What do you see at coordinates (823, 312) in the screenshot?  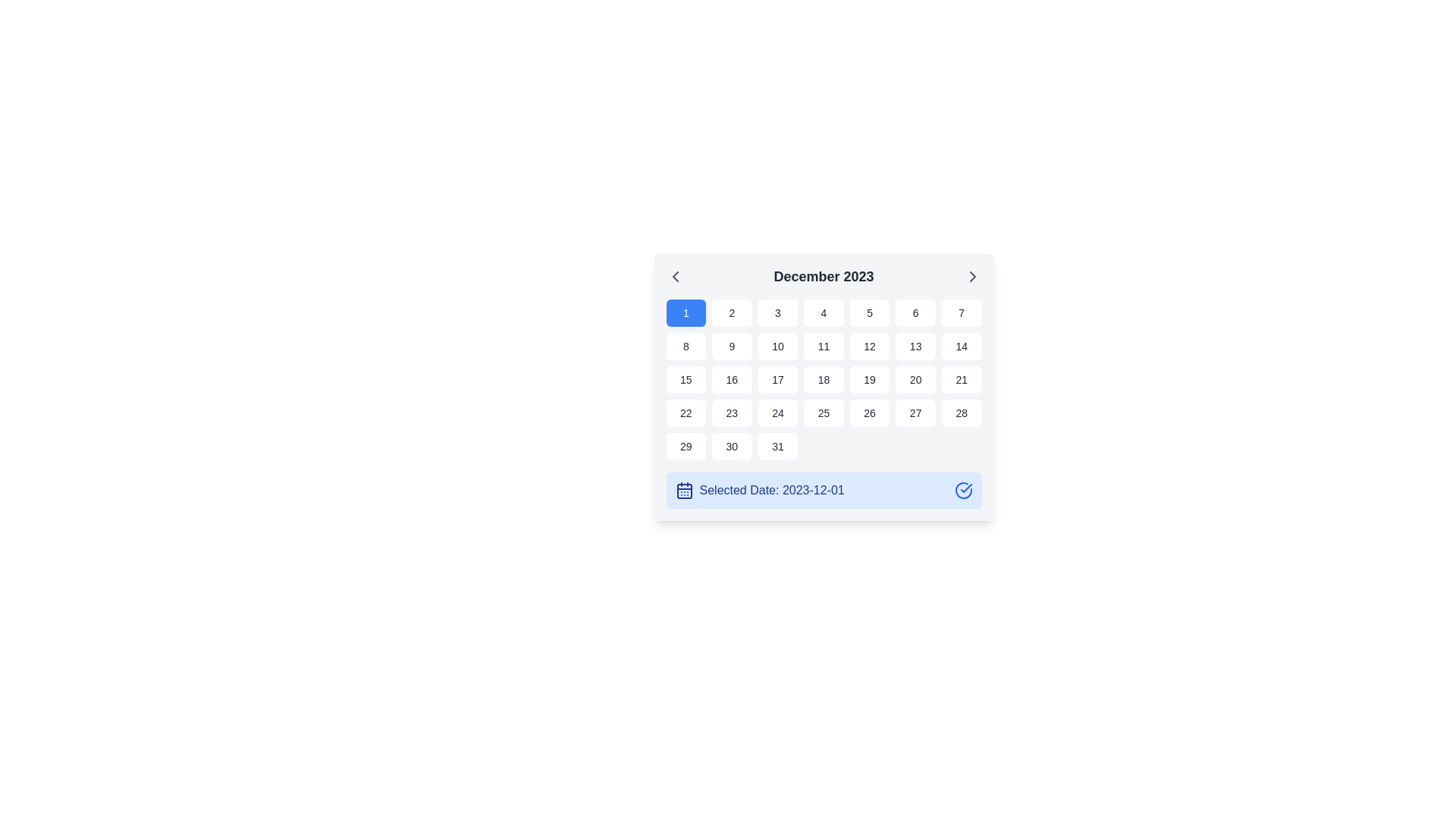 I see `the date button representing the day '4' in the calendar widget` at bounding box center [823, 312].